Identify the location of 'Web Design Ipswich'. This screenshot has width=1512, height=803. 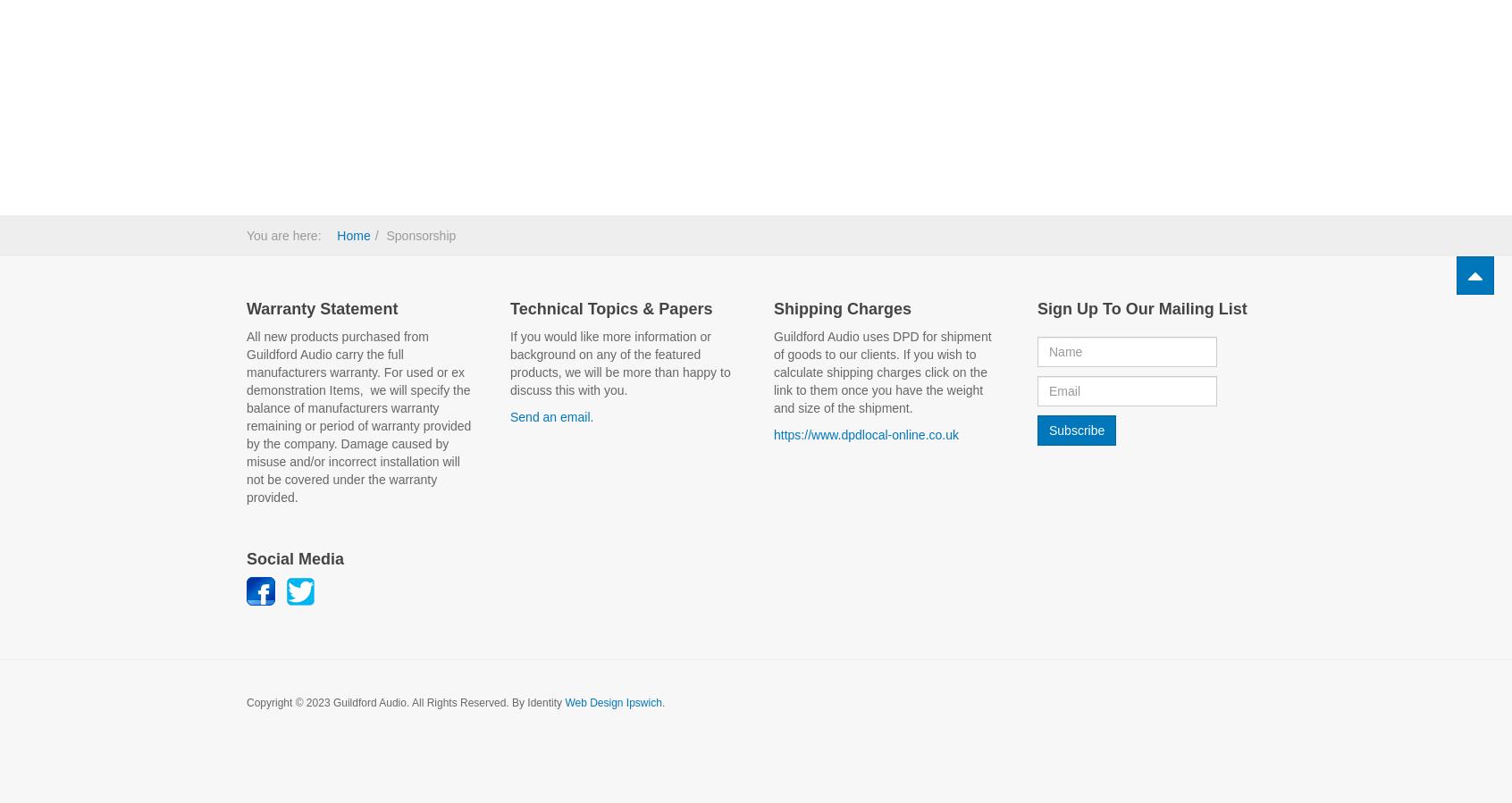
(612, 702).